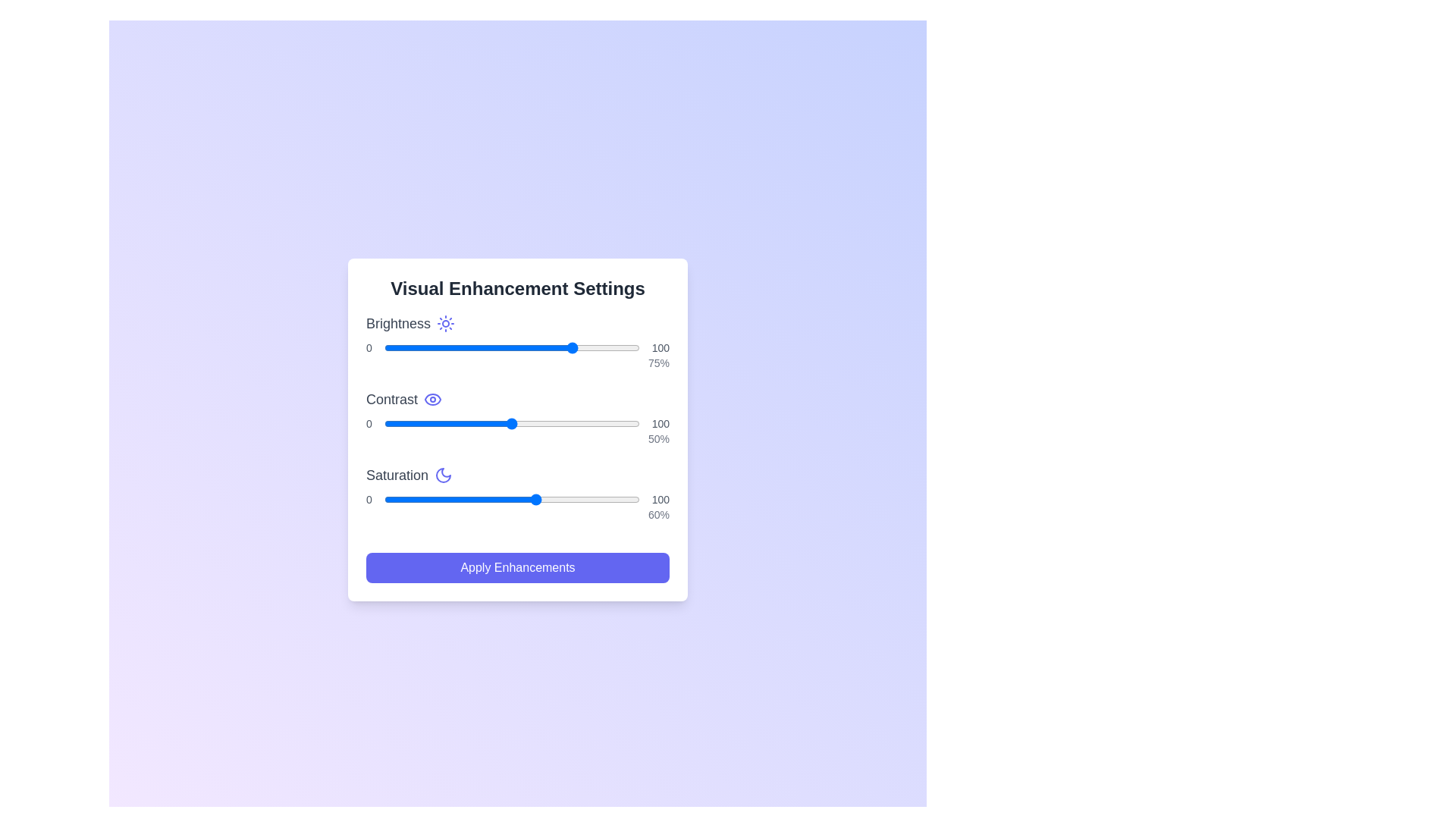 The image size is (1456, 819). I want to click on the brightness slider to set the brightness level to 6, so click(400, 348).